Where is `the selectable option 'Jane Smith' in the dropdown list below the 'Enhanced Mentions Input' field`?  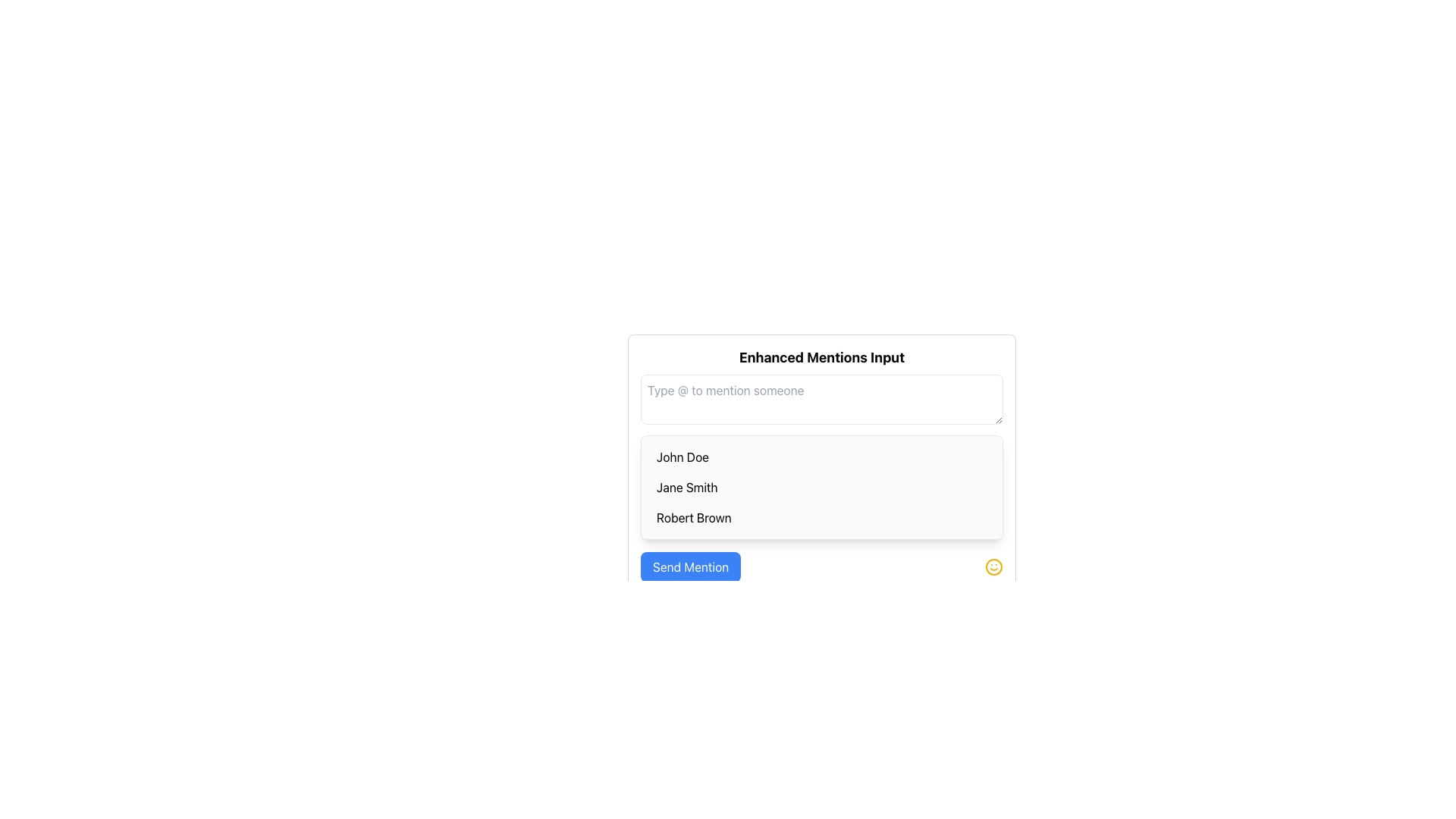
the selectable option 'Jane Smith' in the dropdown list below the 'Enhanced Mentions Input' field is located at coordinates (821, 488).